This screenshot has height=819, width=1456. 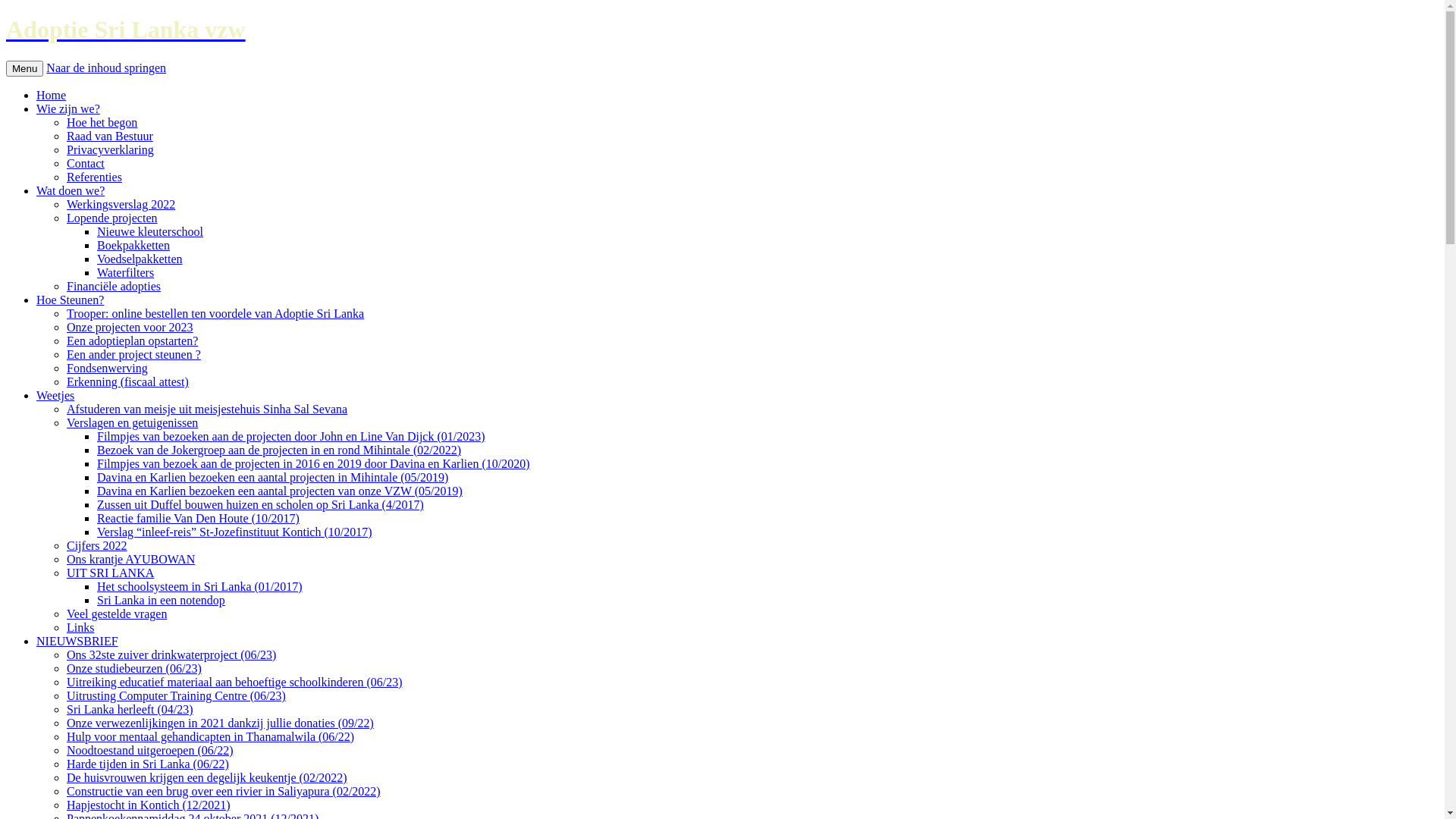 I want to click on 'Reactie familie Van Den Houte (10/2017)', so click(x=96, y=517).